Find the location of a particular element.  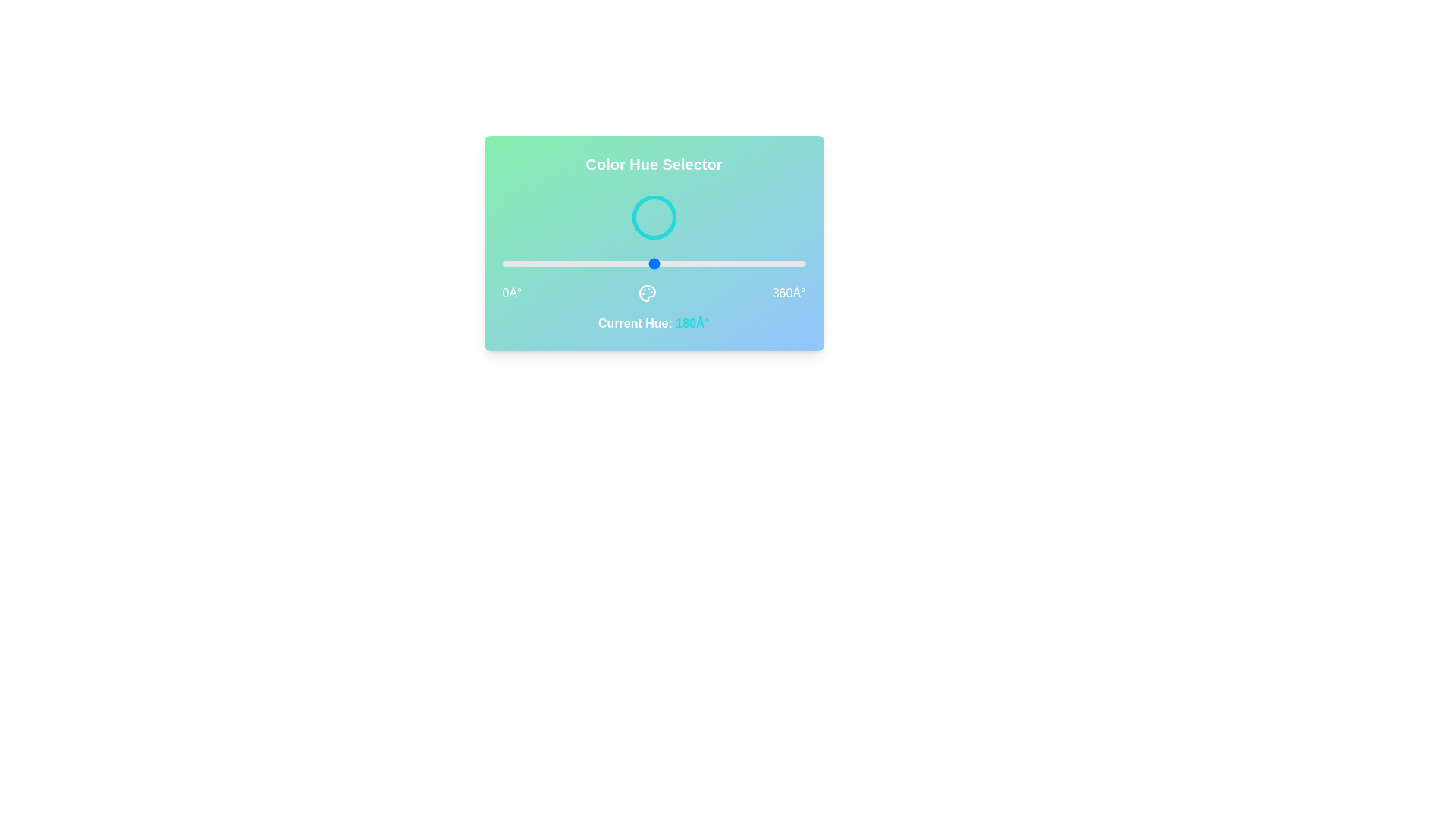

the hue to 279° by dragging the slider is located at coordinates (737, 262).